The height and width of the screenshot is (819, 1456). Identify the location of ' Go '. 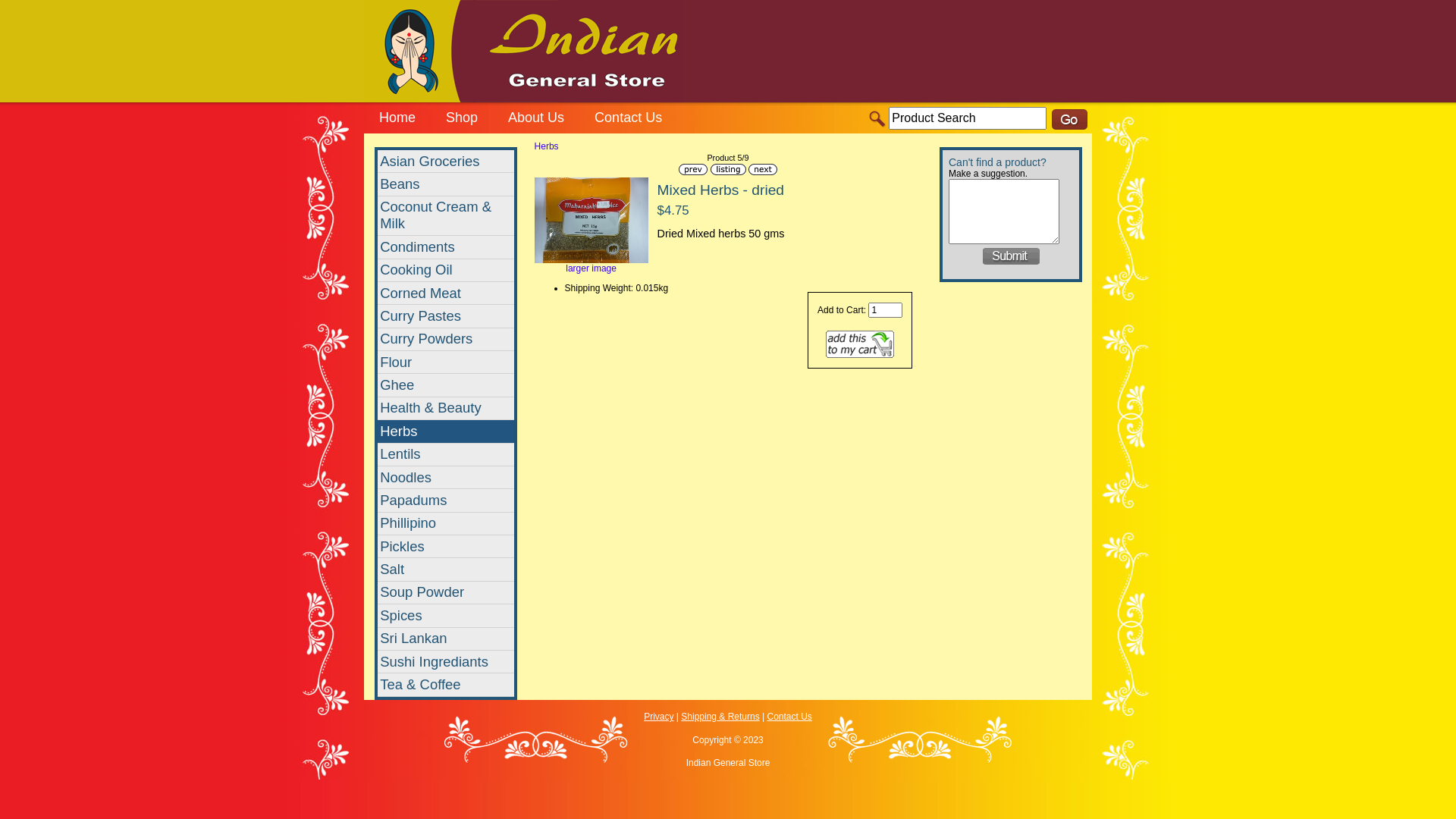
(1051, 118).